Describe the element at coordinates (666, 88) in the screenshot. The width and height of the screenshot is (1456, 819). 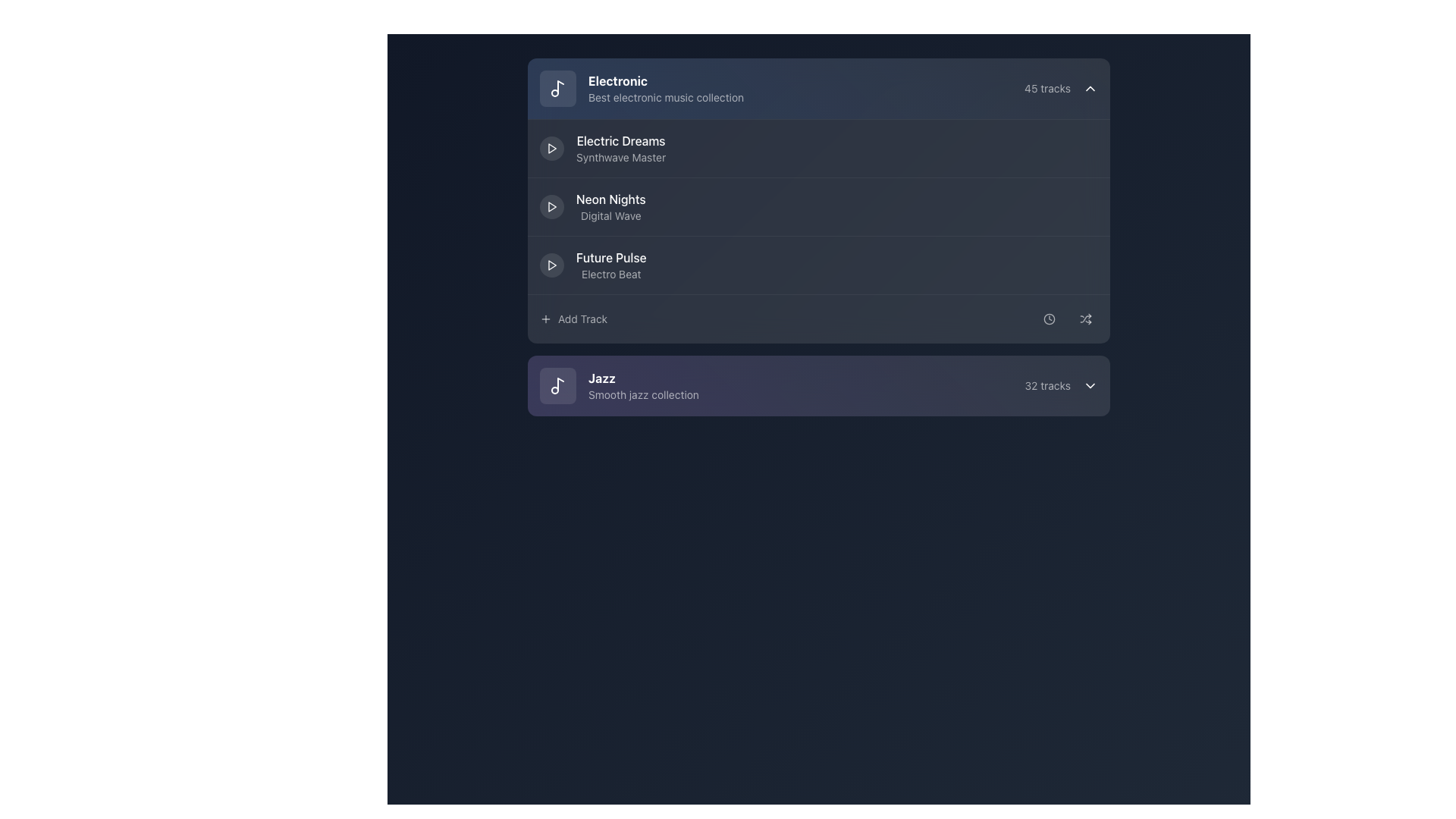
I see `the Text Block displaying 'Electronic', which contains a bold white font and a smaller semi-transparent white description about the best electronic music collection` at that location.